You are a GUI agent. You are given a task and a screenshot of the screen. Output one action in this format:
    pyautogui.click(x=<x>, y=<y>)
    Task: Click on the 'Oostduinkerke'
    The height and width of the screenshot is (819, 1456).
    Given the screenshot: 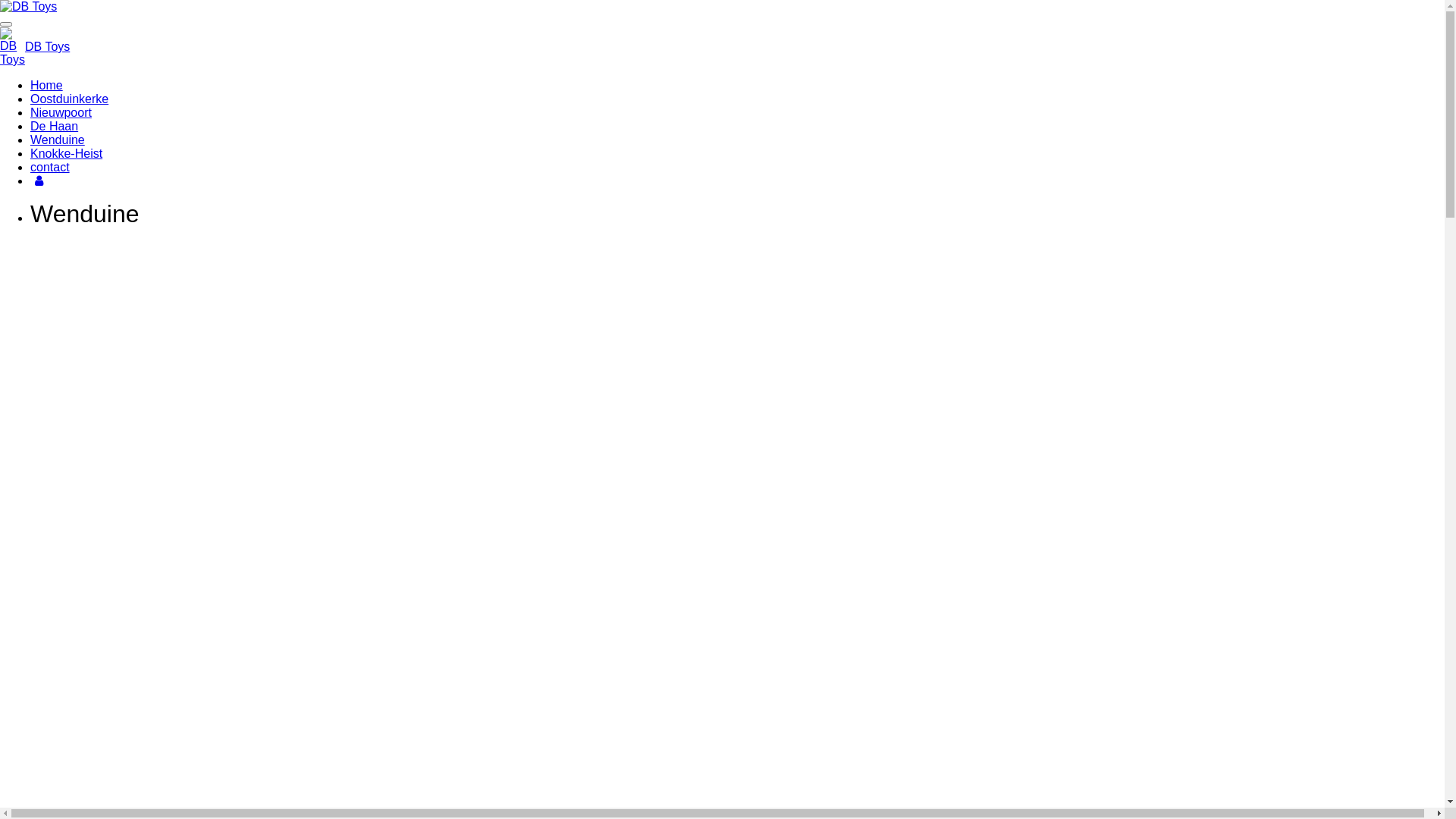 What is the action you would take?
    pyautogui.click(x=30, y=99)
    